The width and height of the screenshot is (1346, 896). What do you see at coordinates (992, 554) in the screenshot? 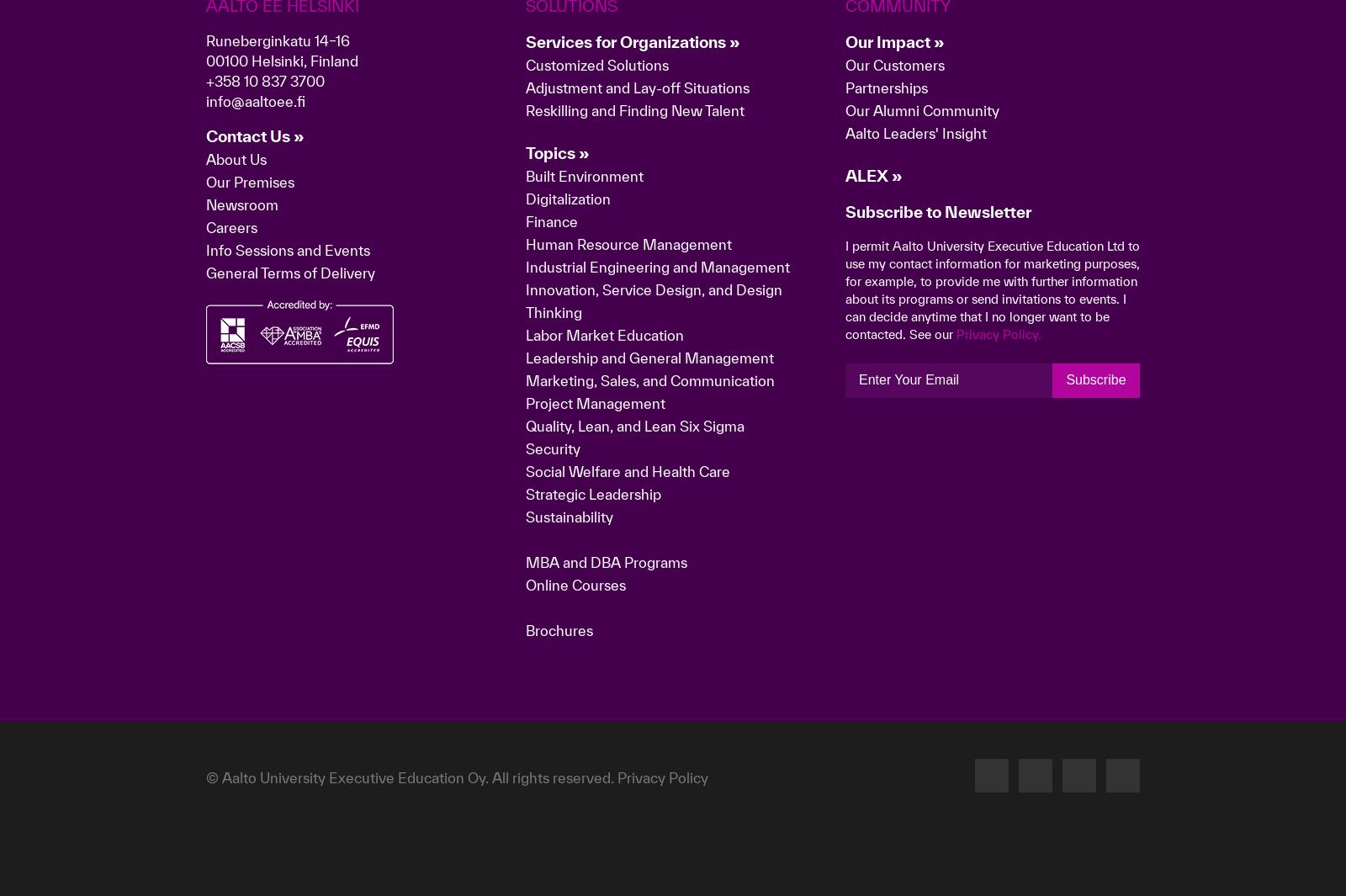
I see `'I permit Aalto University Executive Education Ltd to use my contact information for marketing purposes, for example, to provide me with further information about its programs or send invitations to events. I can decide anytime that I no longer want to be contacted. See our'` at bounding box center [992, 554].